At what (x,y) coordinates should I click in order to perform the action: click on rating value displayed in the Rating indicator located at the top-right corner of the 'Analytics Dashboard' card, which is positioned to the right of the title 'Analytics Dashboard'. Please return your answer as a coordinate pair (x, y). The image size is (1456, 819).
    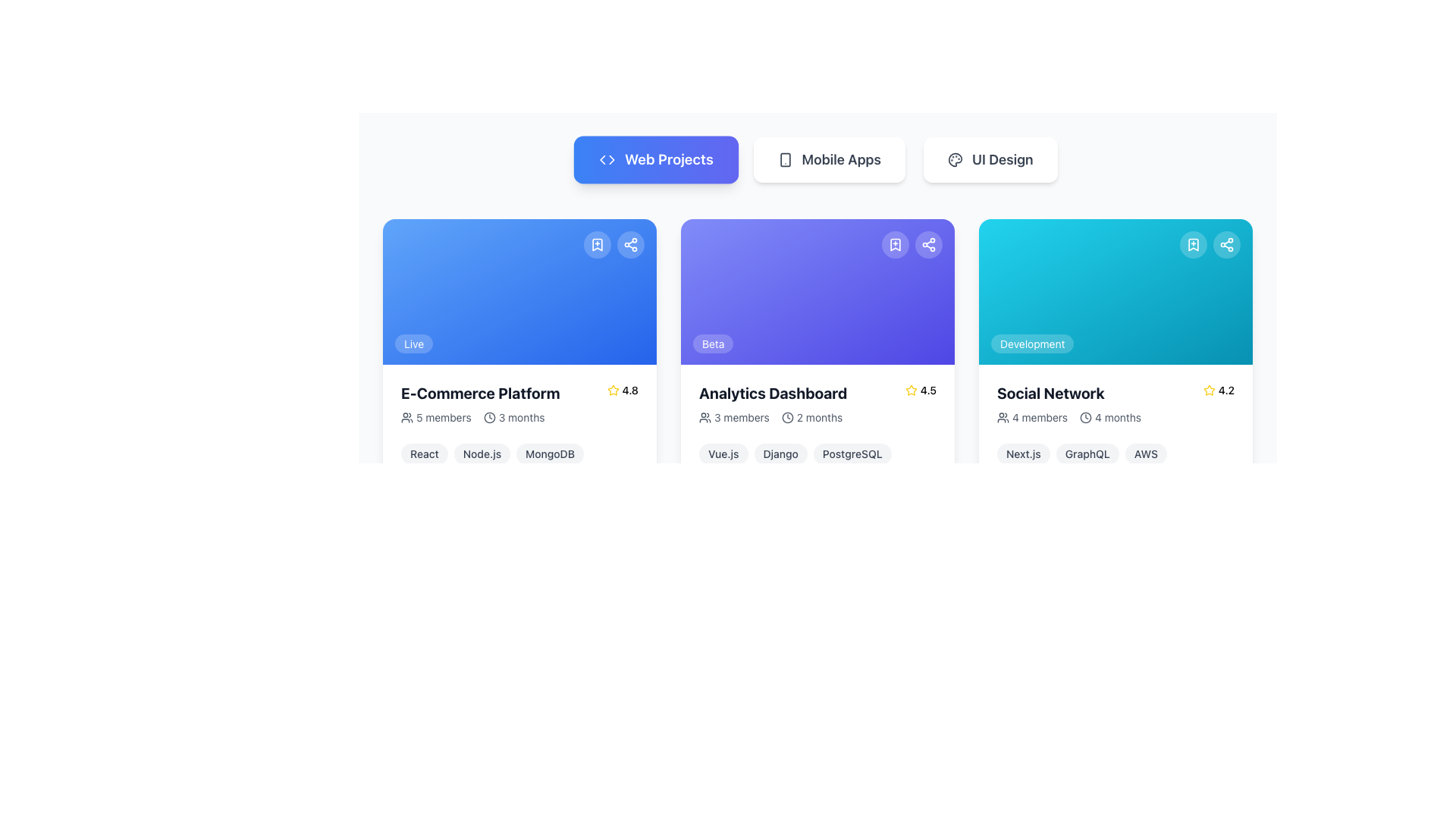
    Looking at the image, I should click on (920, 390).